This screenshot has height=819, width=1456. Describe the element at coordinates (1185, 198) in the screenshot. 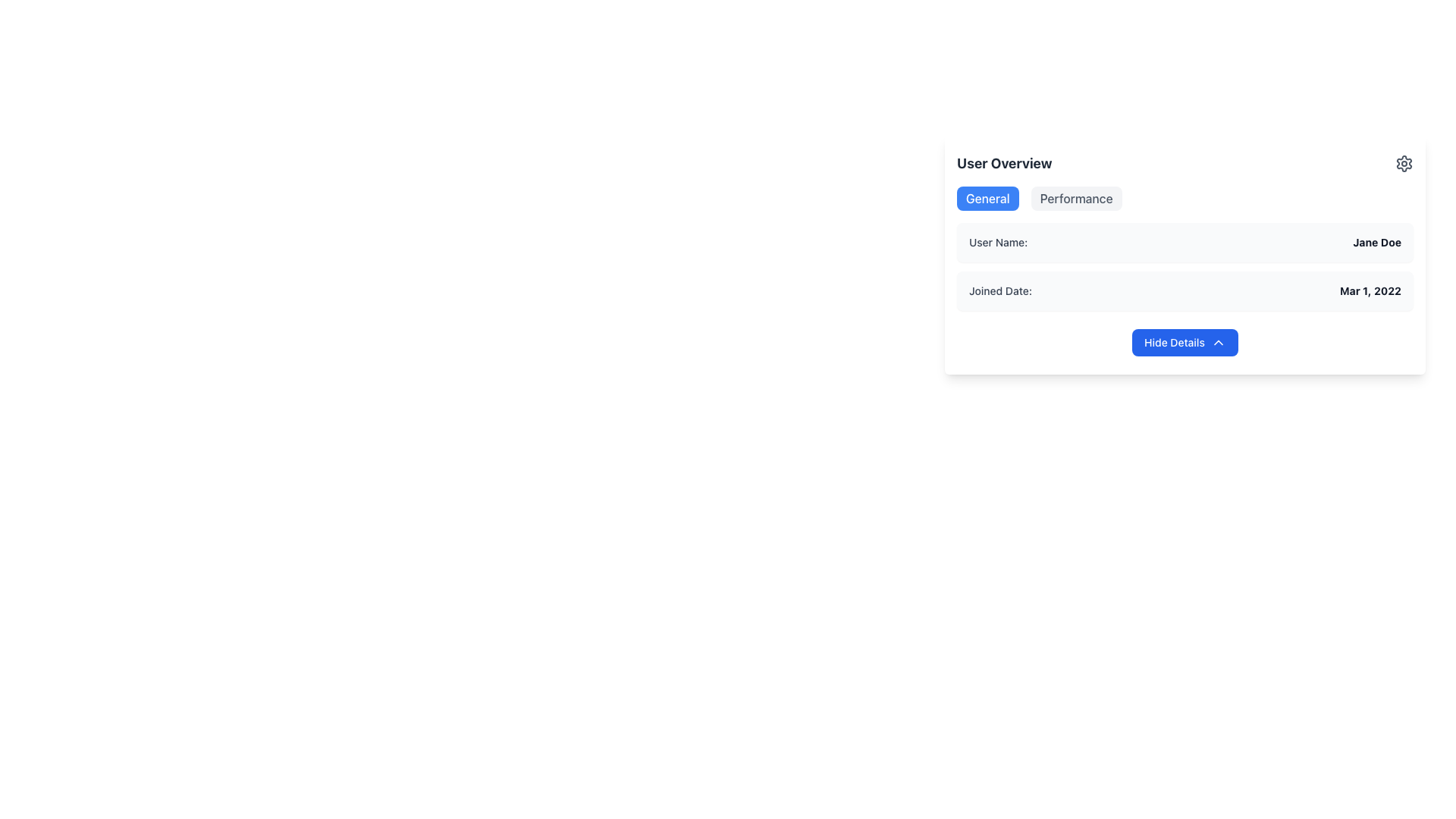

I see `the 'Performance' tab in the navigation bar located in the 'User Overview' section` at that location.